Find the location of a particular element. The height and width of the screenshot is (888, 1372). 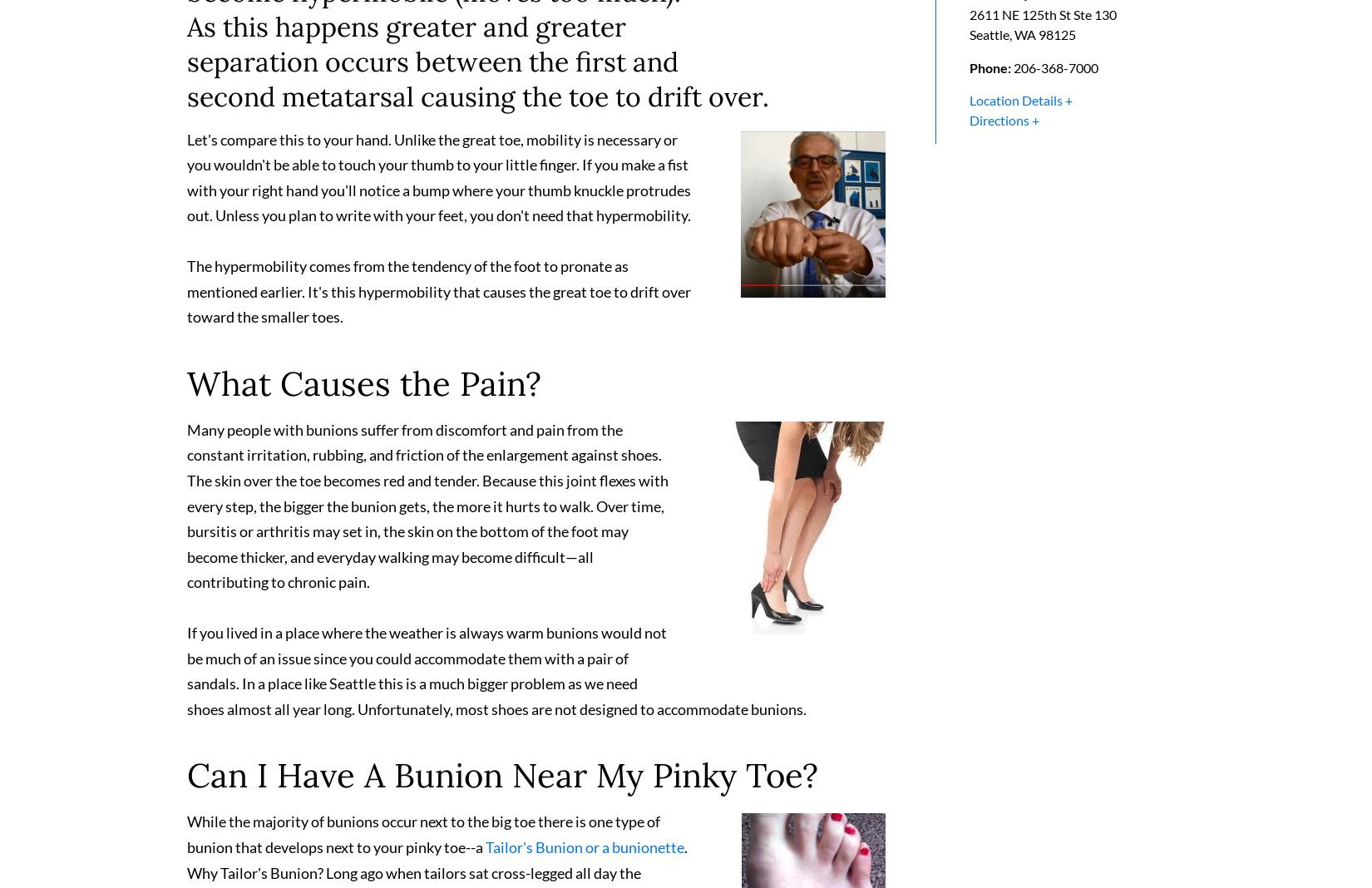

'Let's compare this to your hand. Unlike the great toe, mobility is necessary or you wouldn't be able to touch your thumb to your little finger. If you make a fist with your right hand you'll notice a bump where your thumb knuckle protrudes out. Unless you plan to write with your feet, you don't need that hypermobility.' is located at coordinates (438, 185).